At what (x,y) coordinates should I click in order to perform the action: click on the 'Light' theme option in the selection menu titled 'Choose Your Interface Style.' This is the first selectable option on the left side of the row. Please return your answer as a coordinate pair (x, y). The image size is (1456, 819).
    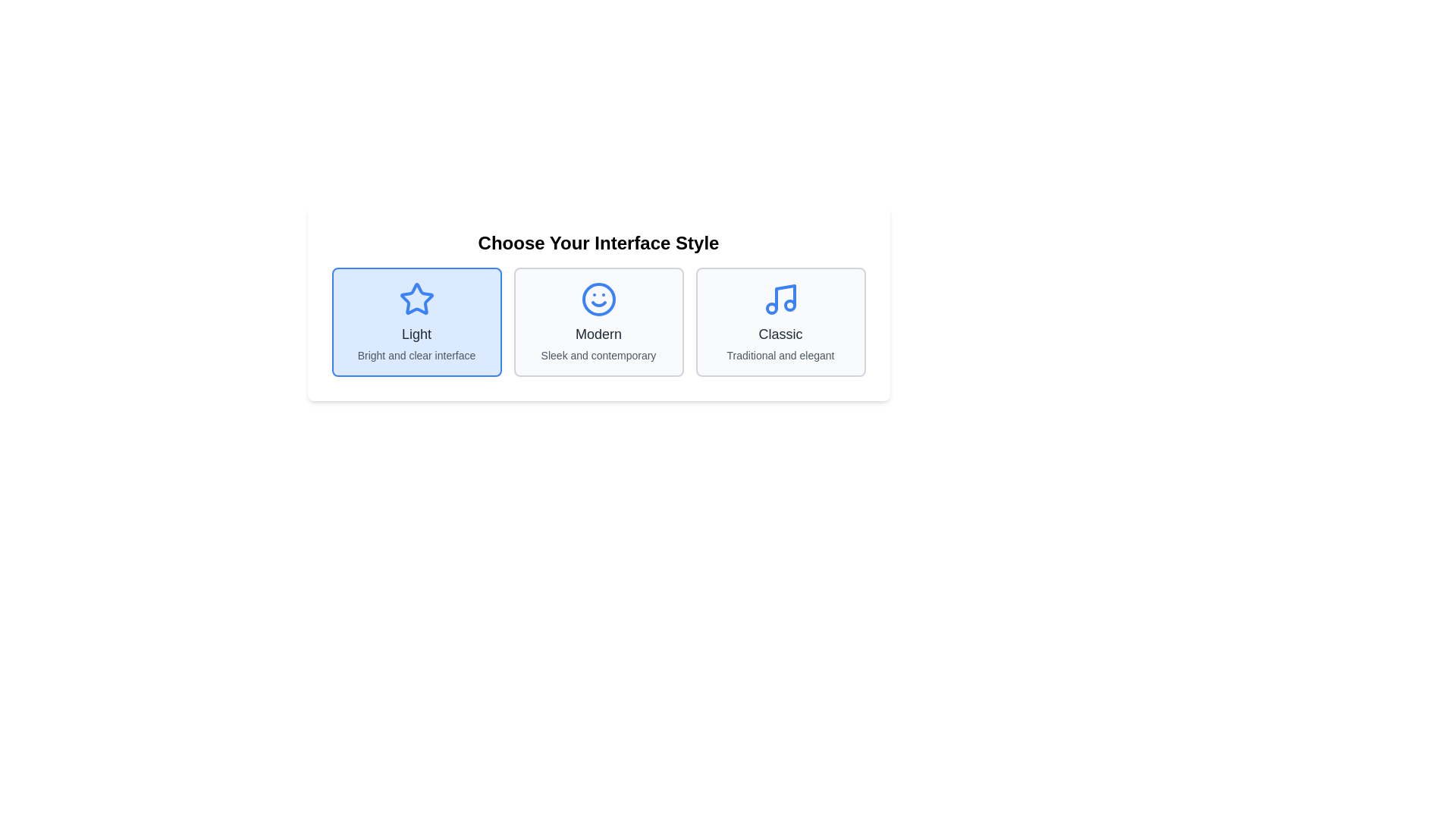
    Looking at the image, I should click on (416, 321).